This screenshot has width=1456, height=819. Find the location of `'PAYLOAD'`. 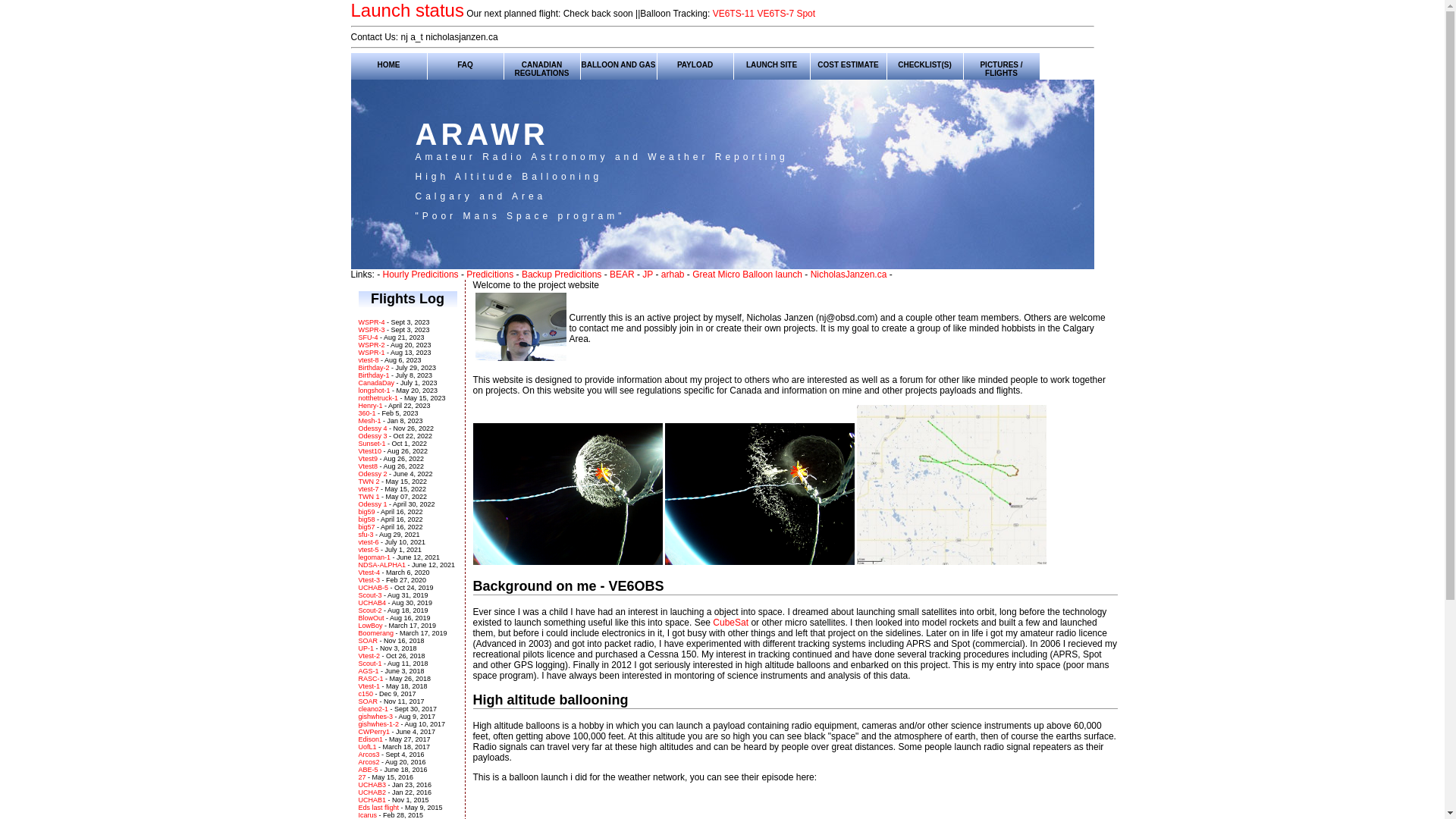

'PAYLOAD' is located at coordinates (694, 63).